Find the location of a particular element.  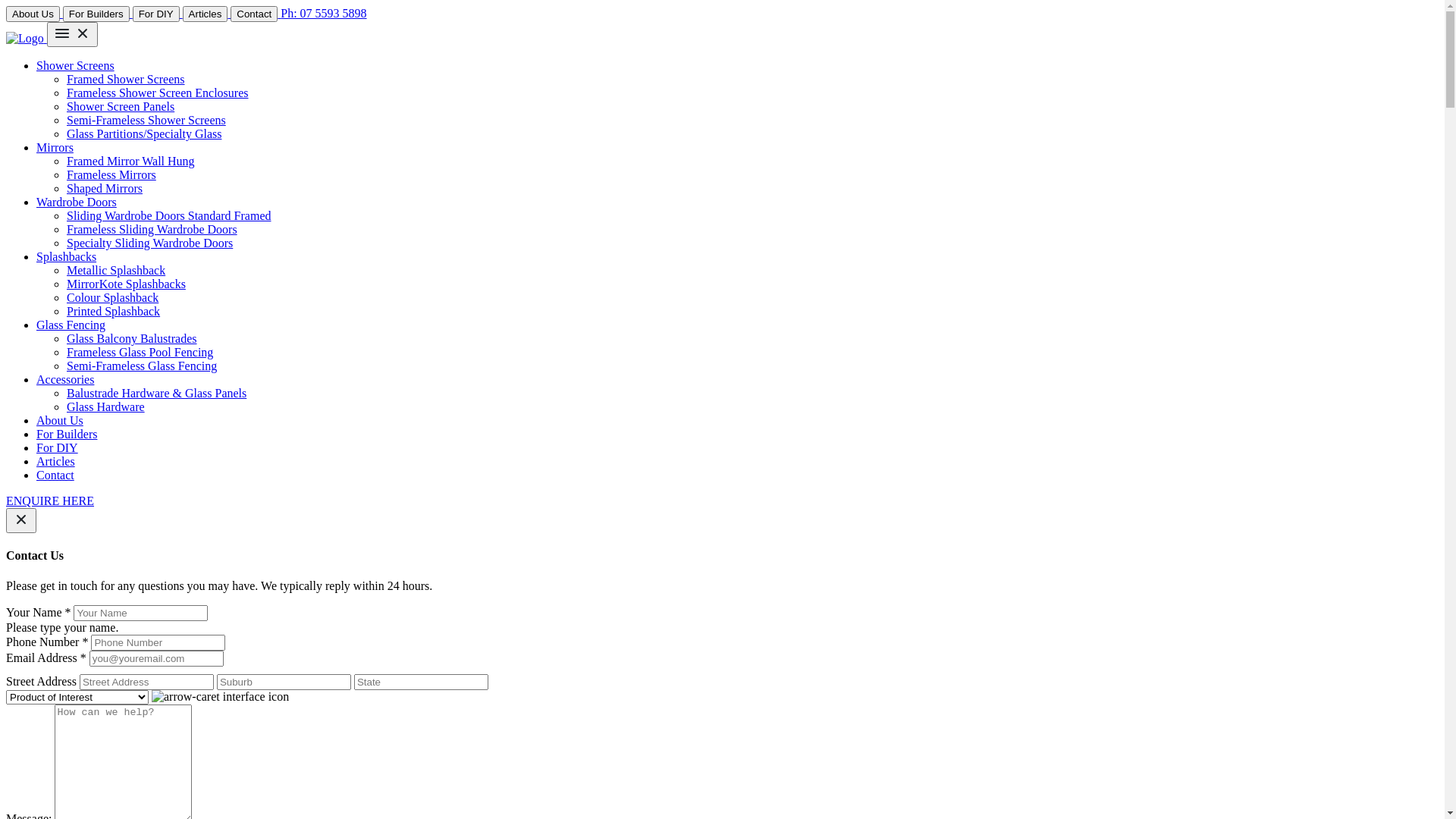

'Shower Screens' is located at coordinates (74, 64).